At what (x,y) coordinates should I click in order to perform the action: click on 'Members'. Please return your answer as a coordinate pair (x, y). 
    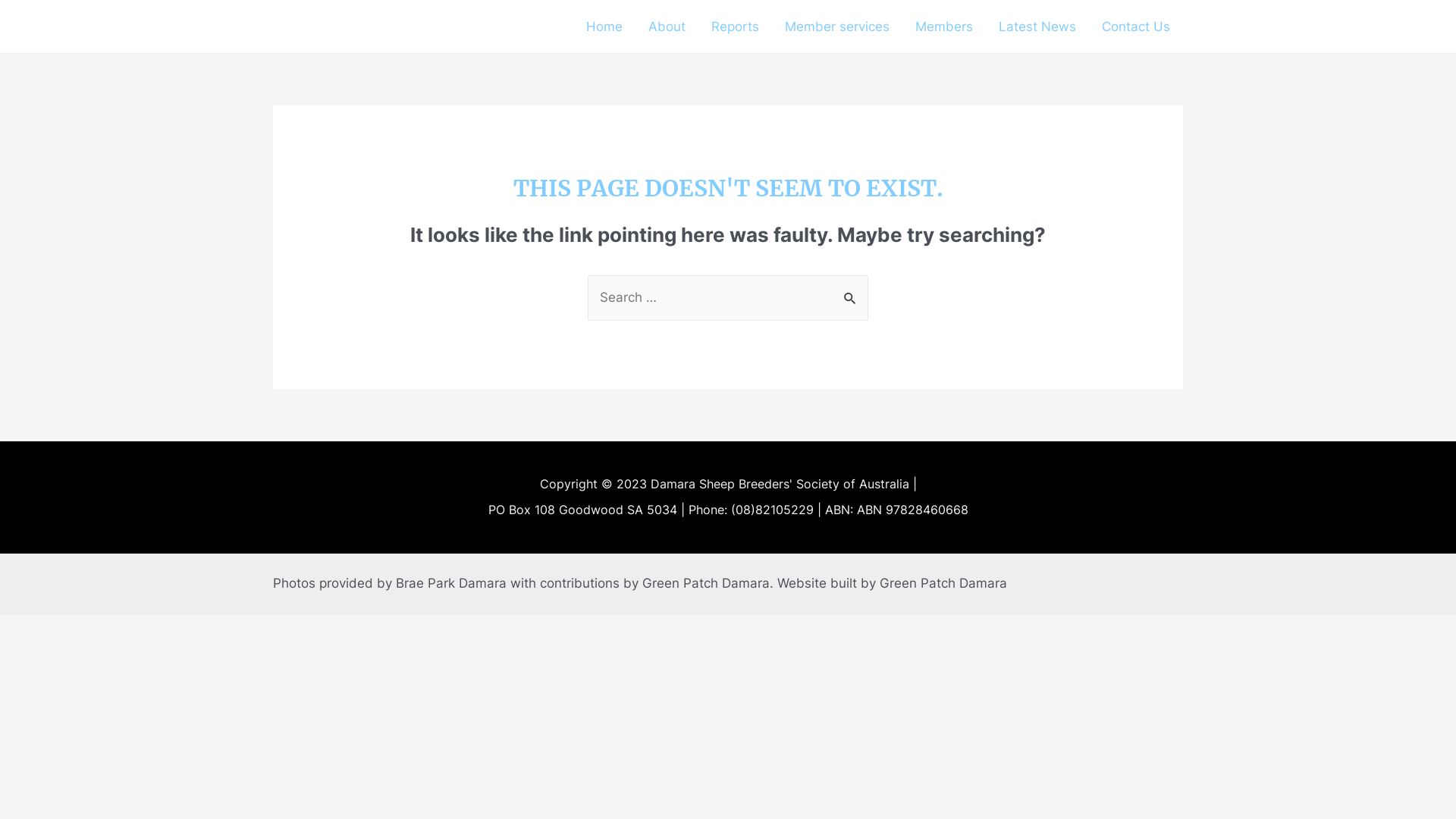
    Looking at the image, I should click on (943, 26).